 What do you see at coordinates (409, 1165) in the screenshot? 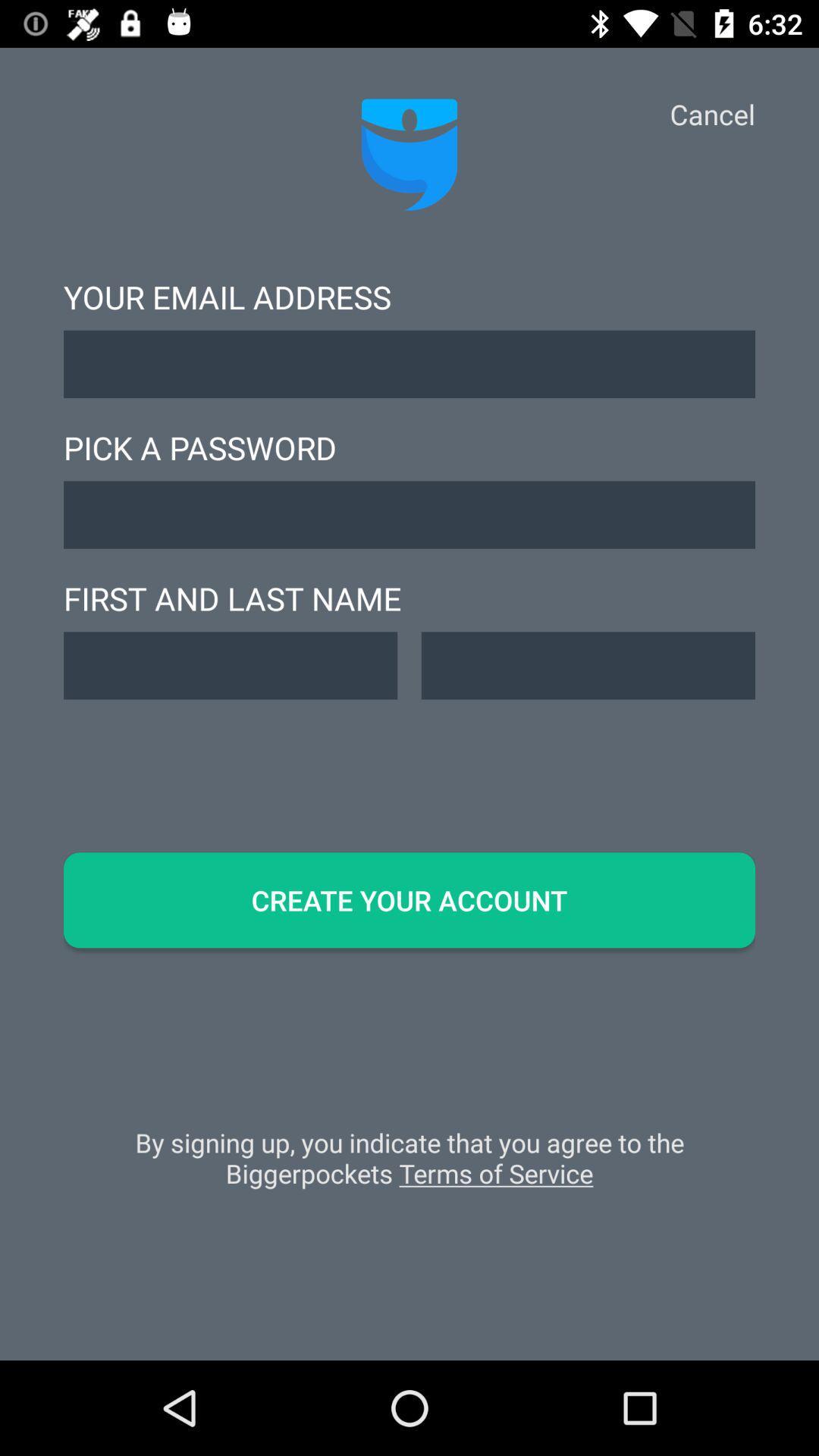
I see `the by signing up` at bounding box center [409, 1165].